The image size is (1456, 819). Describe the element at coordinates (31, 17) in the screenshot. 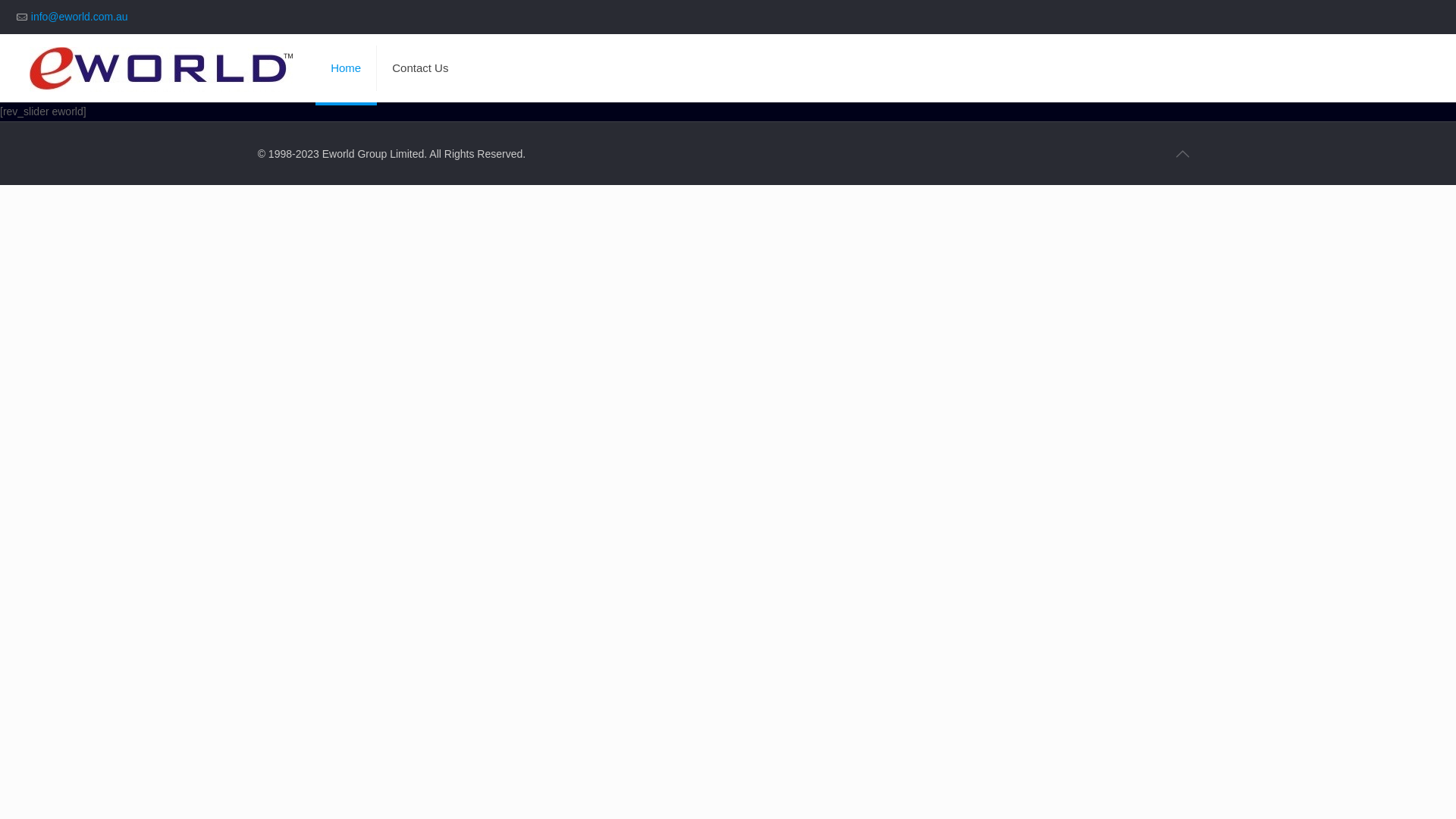

I see `'info@eworld.com.au'` at that location.